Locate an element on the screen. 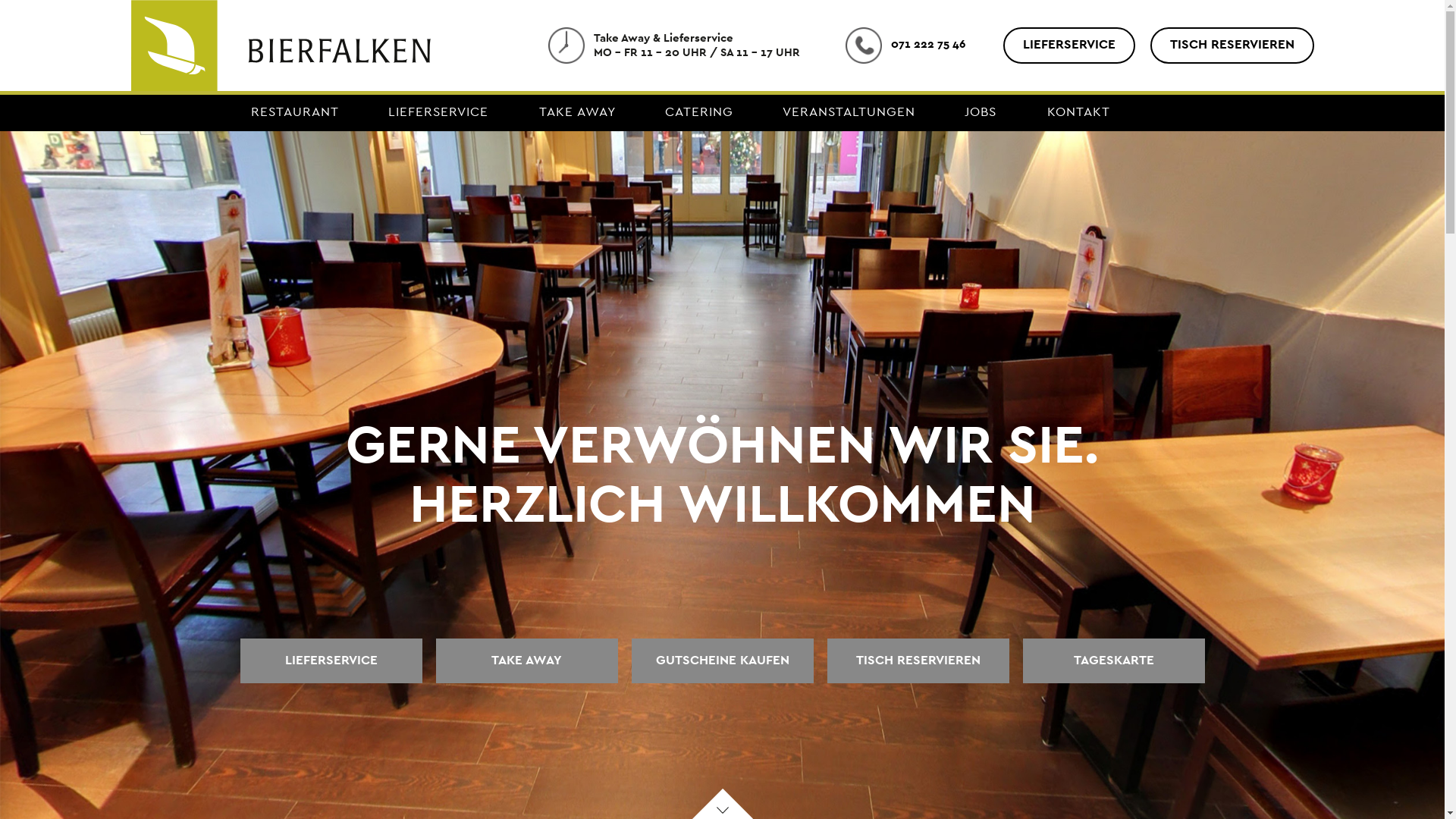 This screenshot has height=819, width=1456. 'TISCH RESERVIEREN' is located at coordinates (1231, 45).